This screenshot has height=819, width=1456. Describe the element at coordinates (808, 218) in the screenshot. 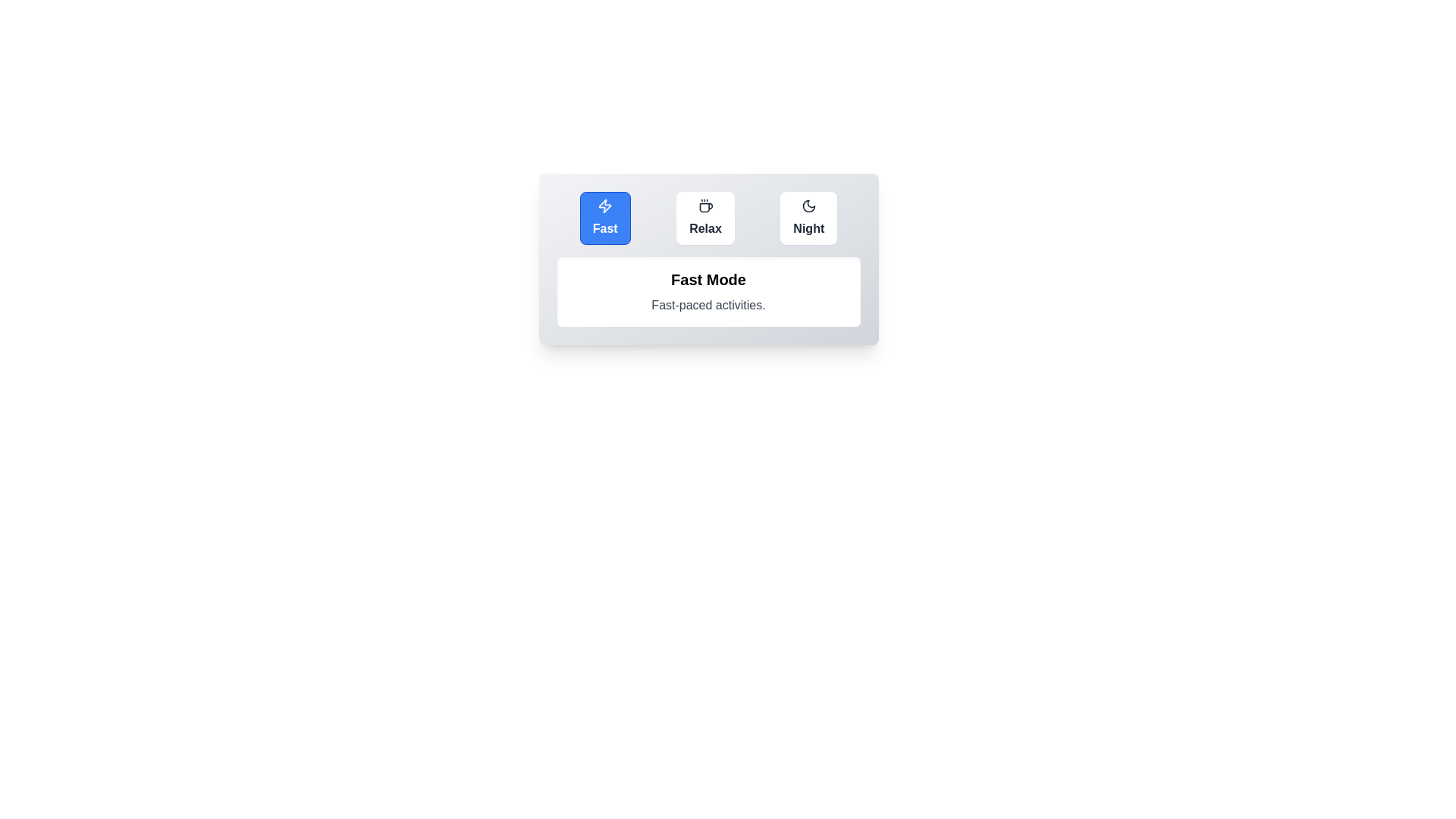

I see `the 'Night' button, which is a rounded rectangular button with a moon icon and bold text` at that location.